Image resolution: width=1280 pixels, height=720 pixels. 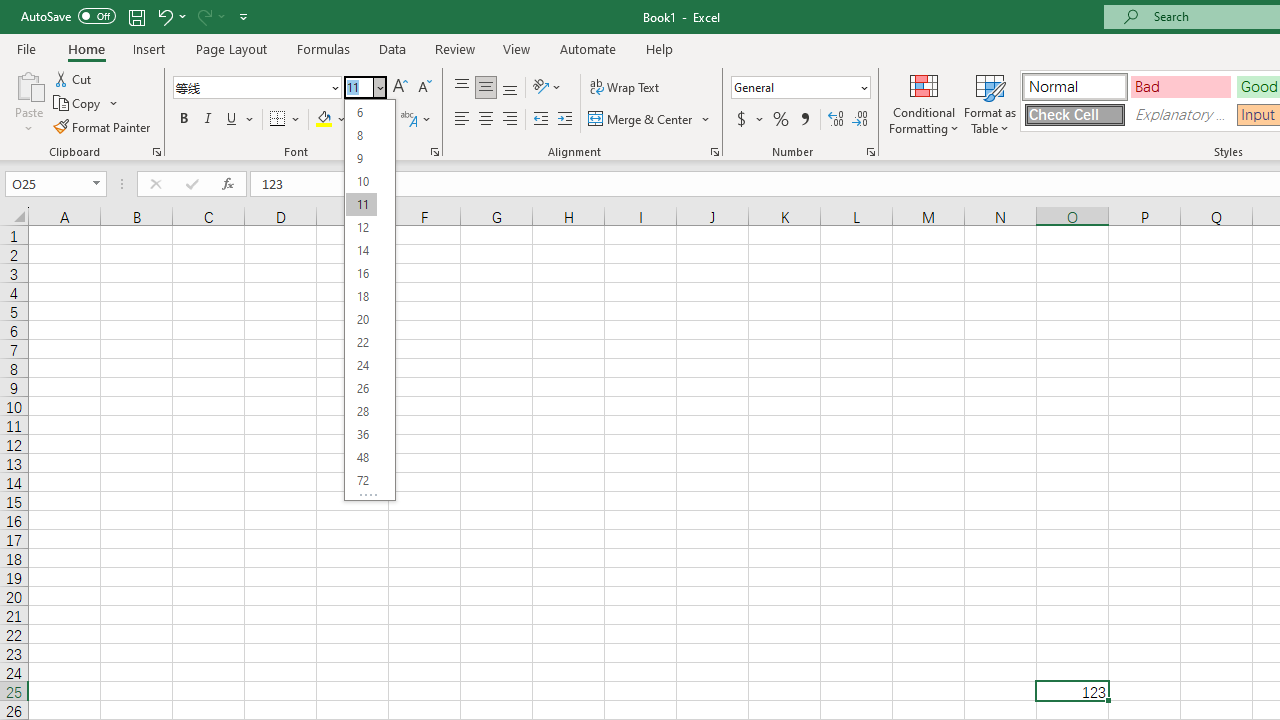 I want to click on 'Align Right', so click(x=510, y=119).